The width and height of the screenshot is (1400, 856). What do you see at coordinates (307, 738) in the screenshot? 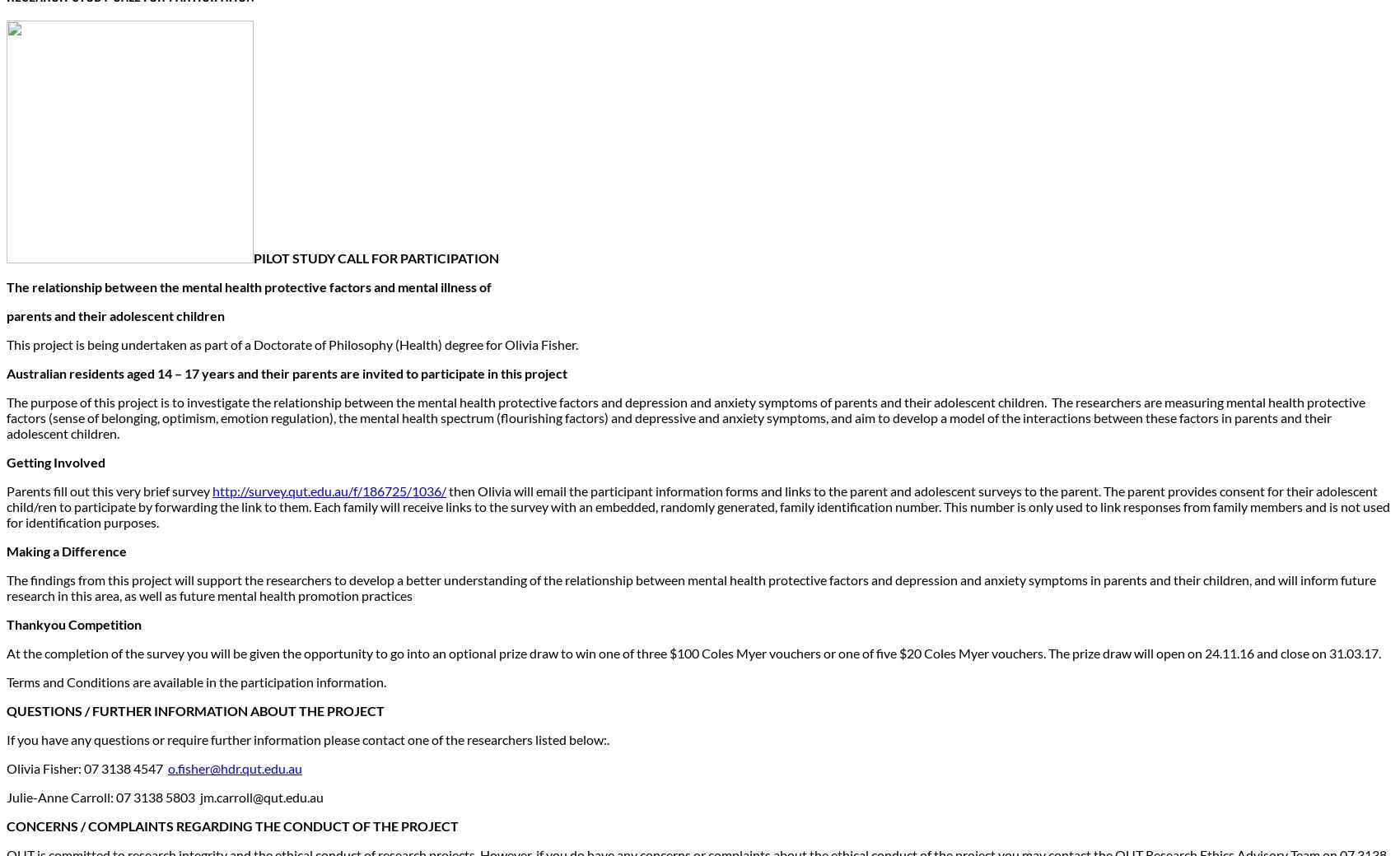
I see `'If you have any questions or require further information please contact one of the researchers listed below:.'` at bounding box center [307, 738].